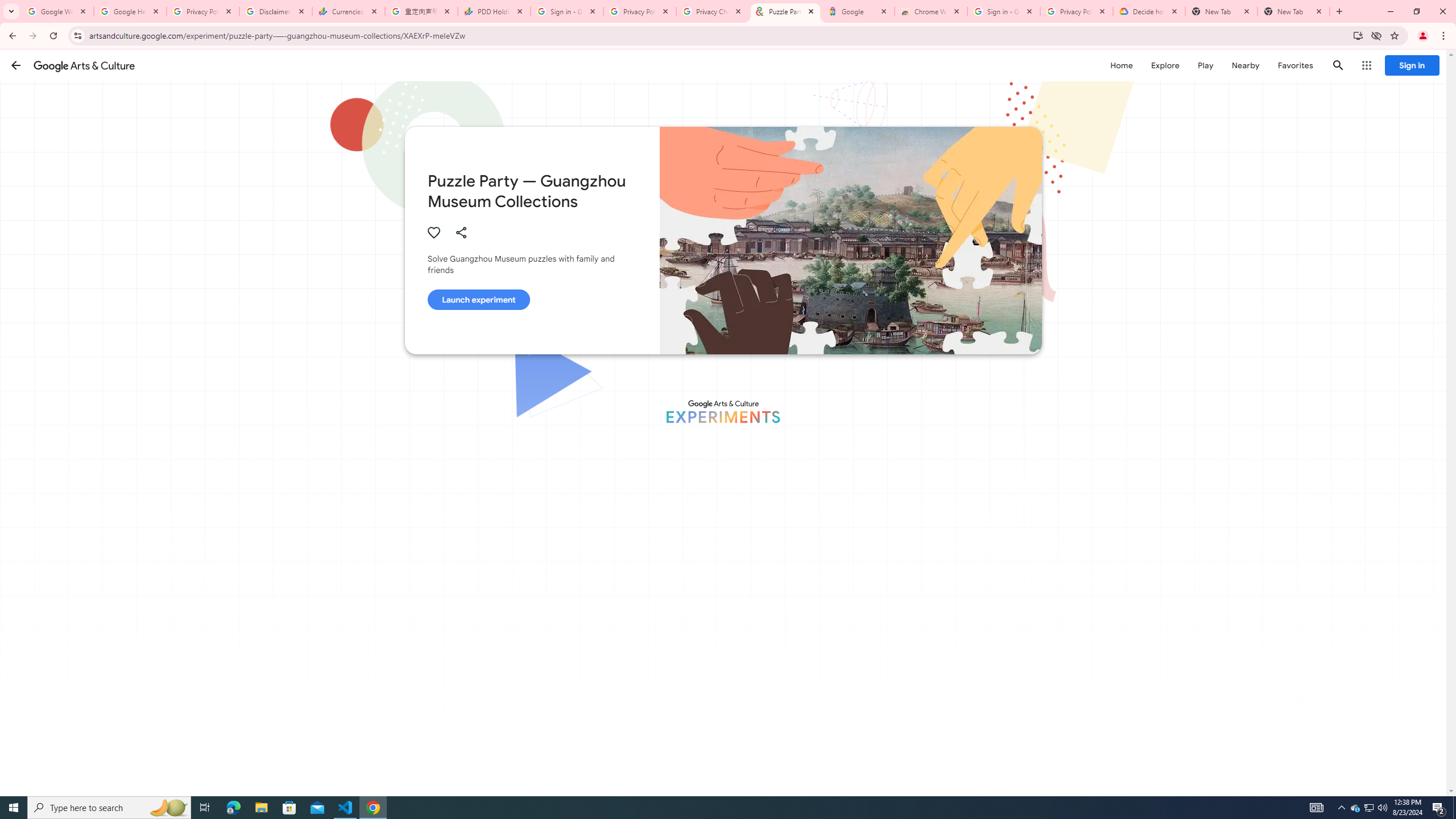 This screenshot has height=819, width=1456. I want to click on 'Chrome Web Store - Color themes by Chrome', so click(930, 11).